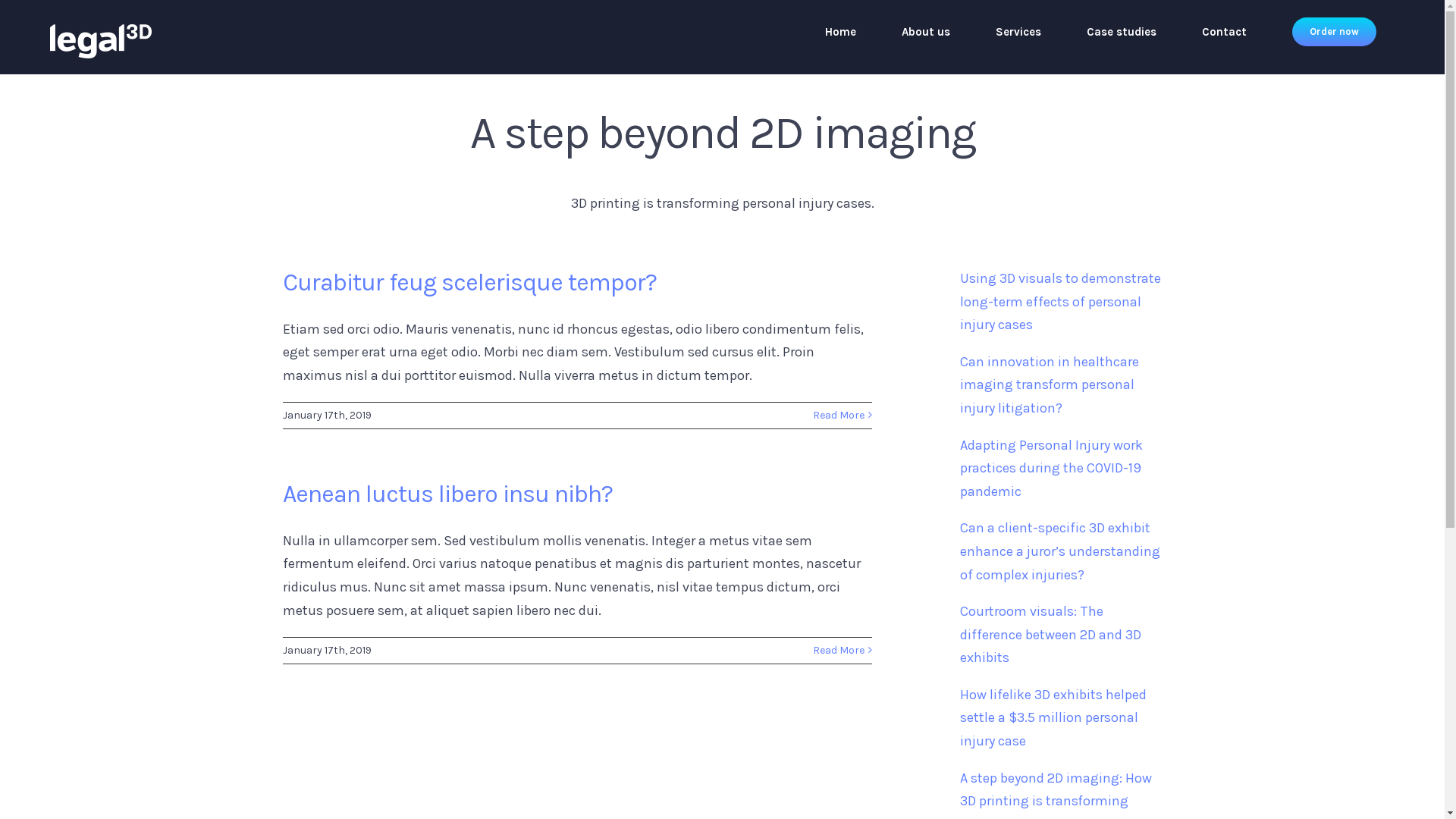 Image resolution: width=1456 pixels, height=819 pixels. Describe the element at coordinates (996, 32) in the screenshot. I see `'Services'` at that location.